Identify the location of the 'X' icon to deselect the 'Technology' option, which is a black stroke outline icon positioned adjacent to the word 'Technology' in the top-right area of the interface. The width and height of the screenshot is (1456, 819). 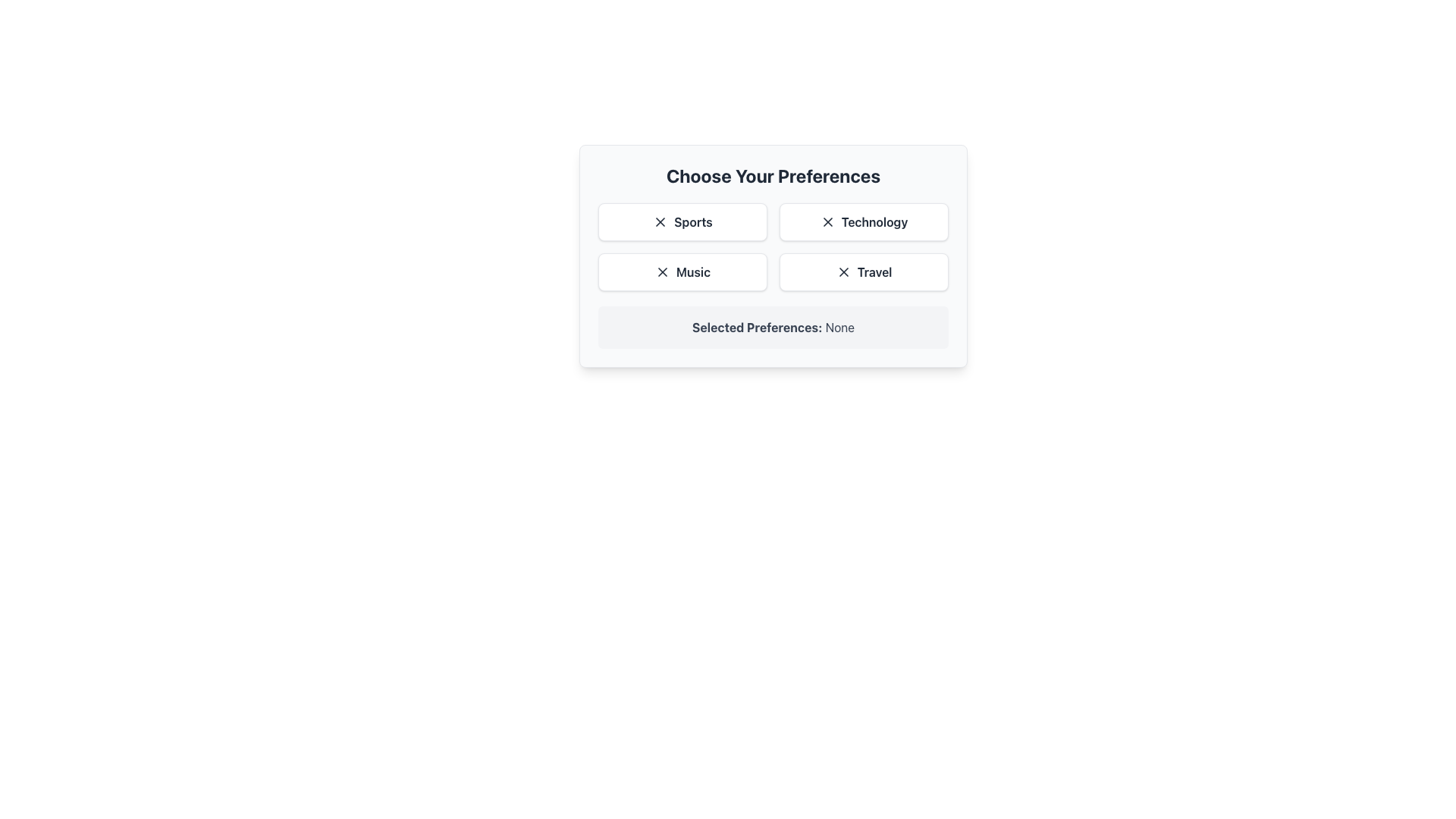
(827, 222).